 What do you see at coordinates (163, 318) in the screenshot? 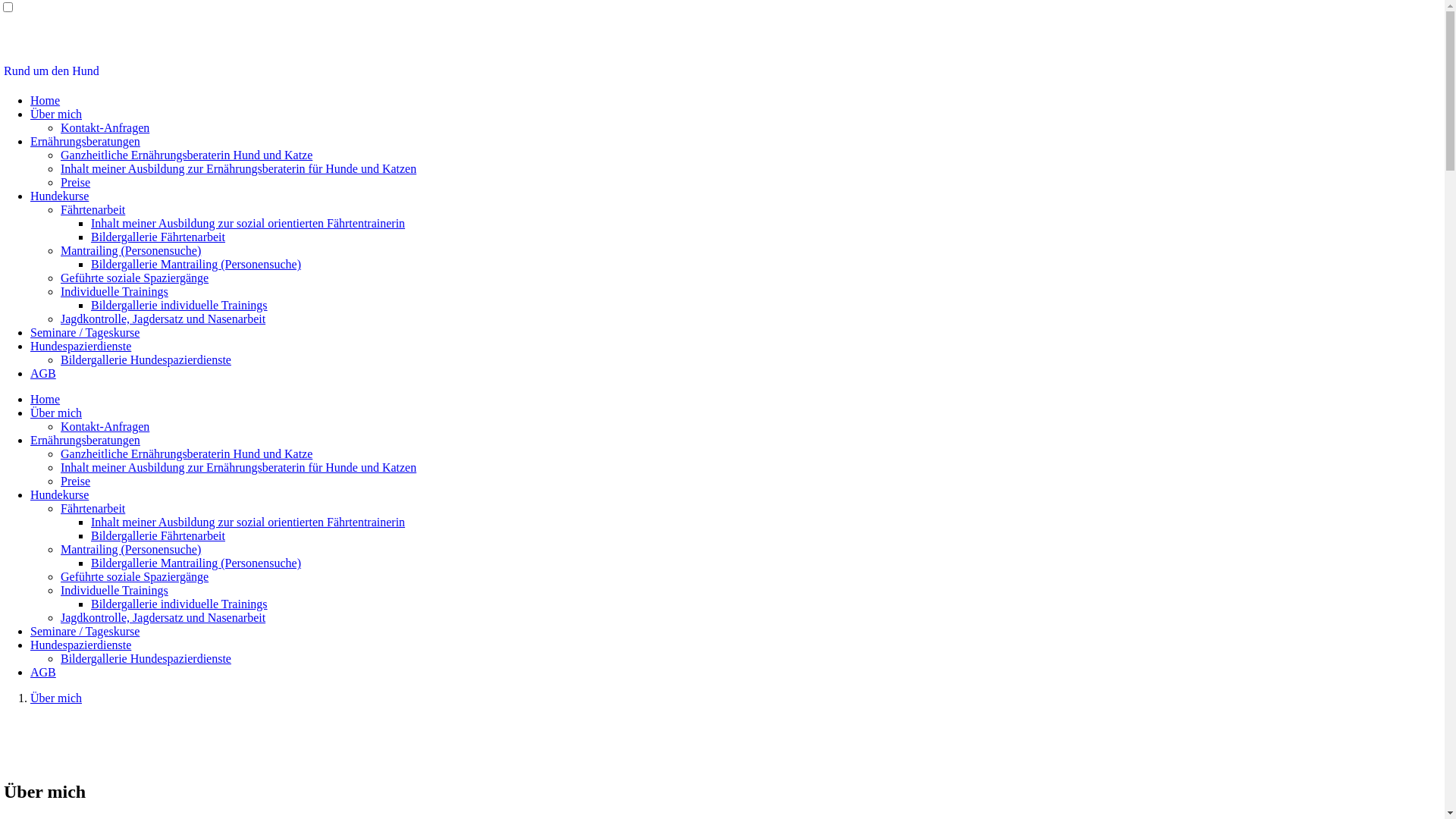
I see `'Jagdkontrolle, Jagdersatz und Nasenarbeit'` at bounding box center [163, 318].